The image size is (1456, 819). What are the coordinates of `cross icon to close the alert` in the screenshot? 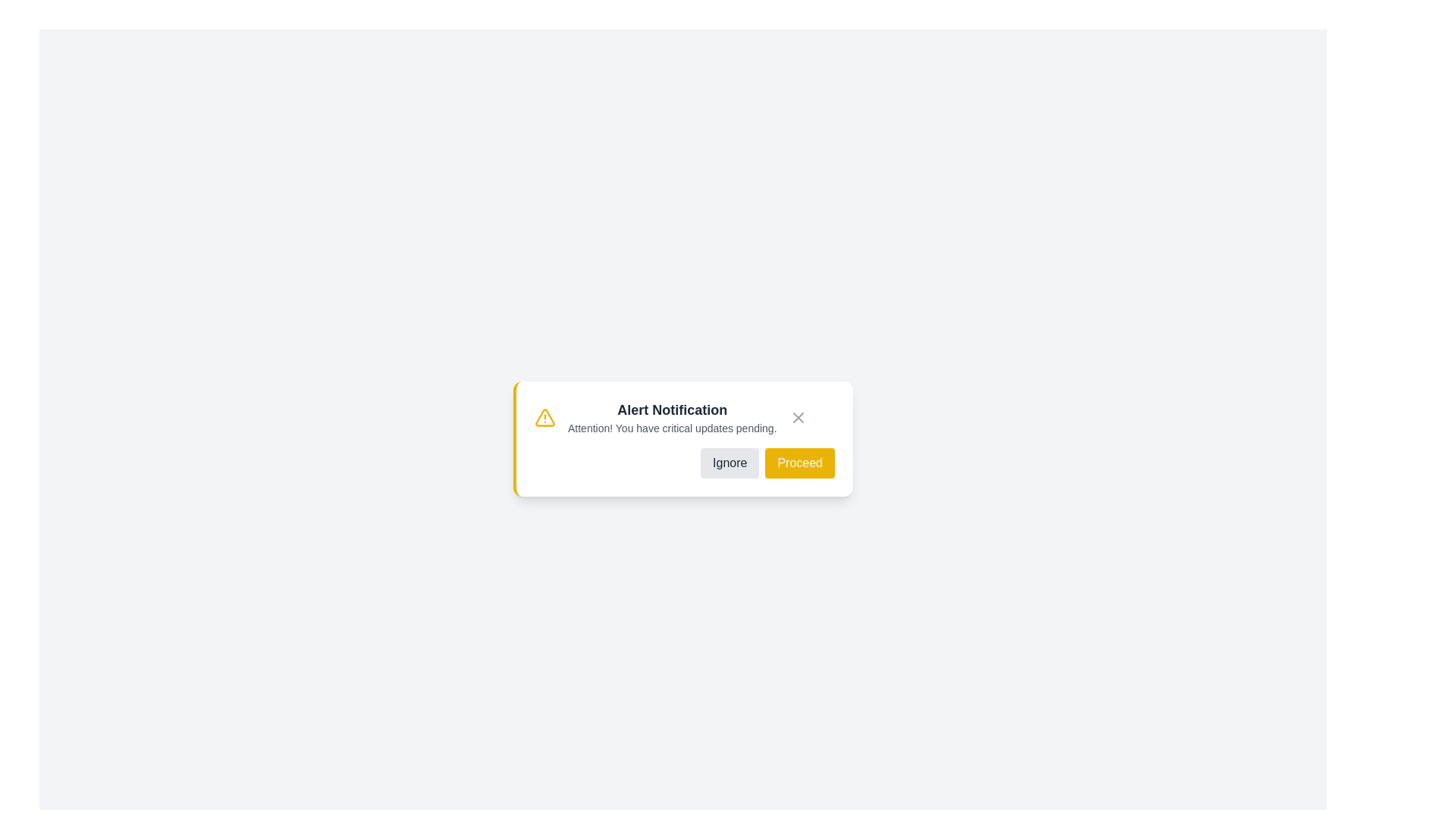 It's located at (797, 418).